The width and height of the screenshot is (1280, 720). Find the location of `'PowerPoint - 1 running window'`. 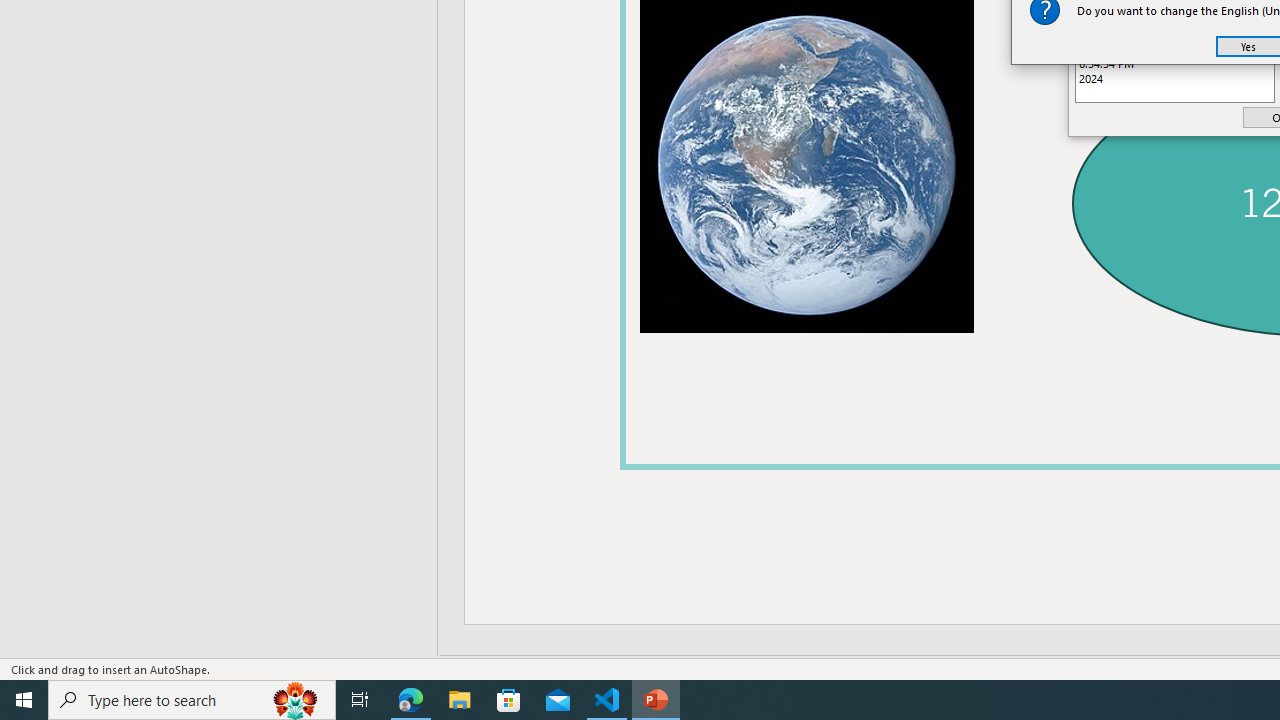

'PowerPoint - 1 running window' is located at coordinates (656, 698).